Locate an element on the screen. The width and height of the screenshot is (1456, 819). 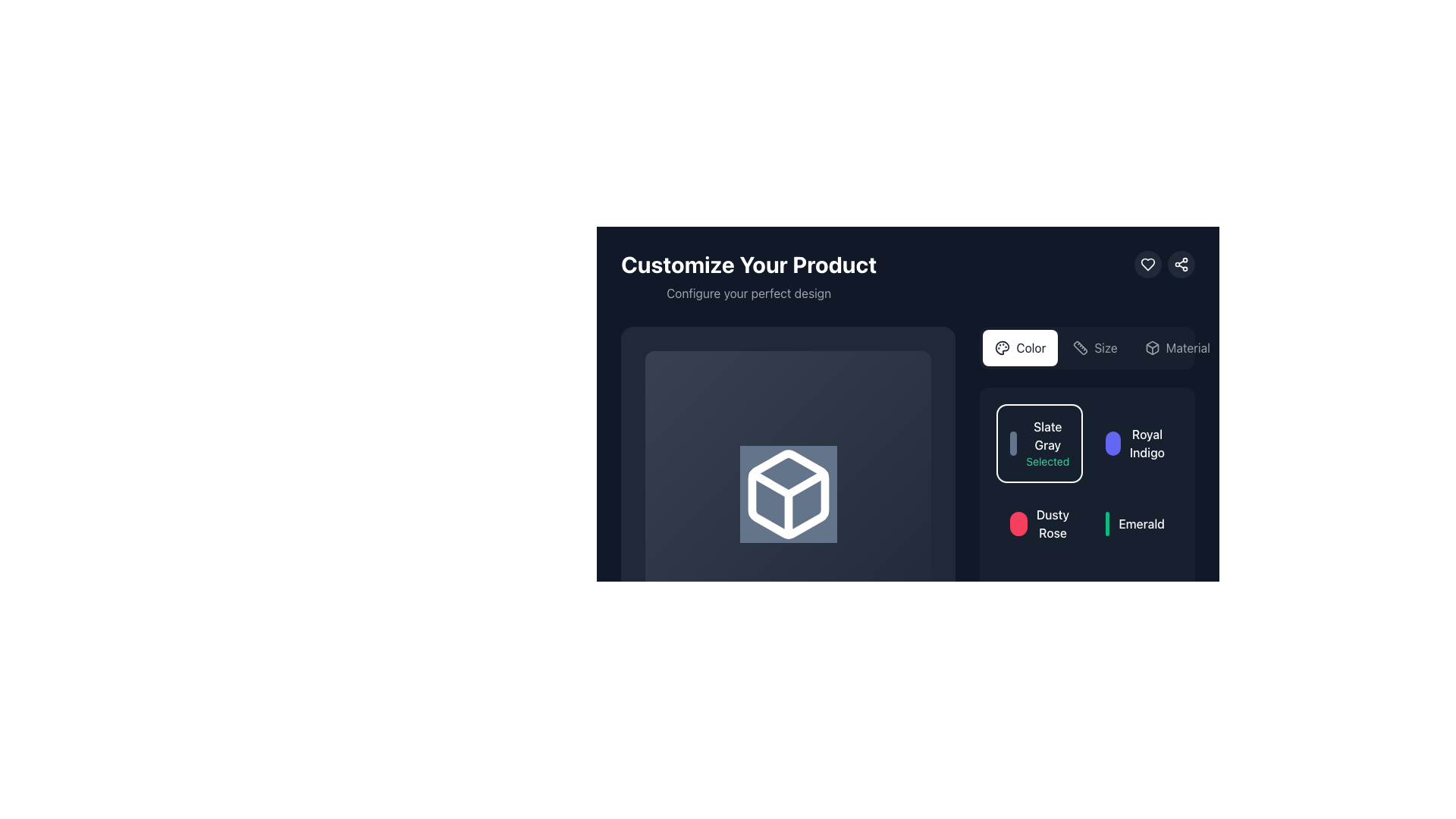
the static text label that displays the status 'Selected' for the color option 'Slate Gray', located at the bottom of its bordered box is located at coordinates (1046, 461).